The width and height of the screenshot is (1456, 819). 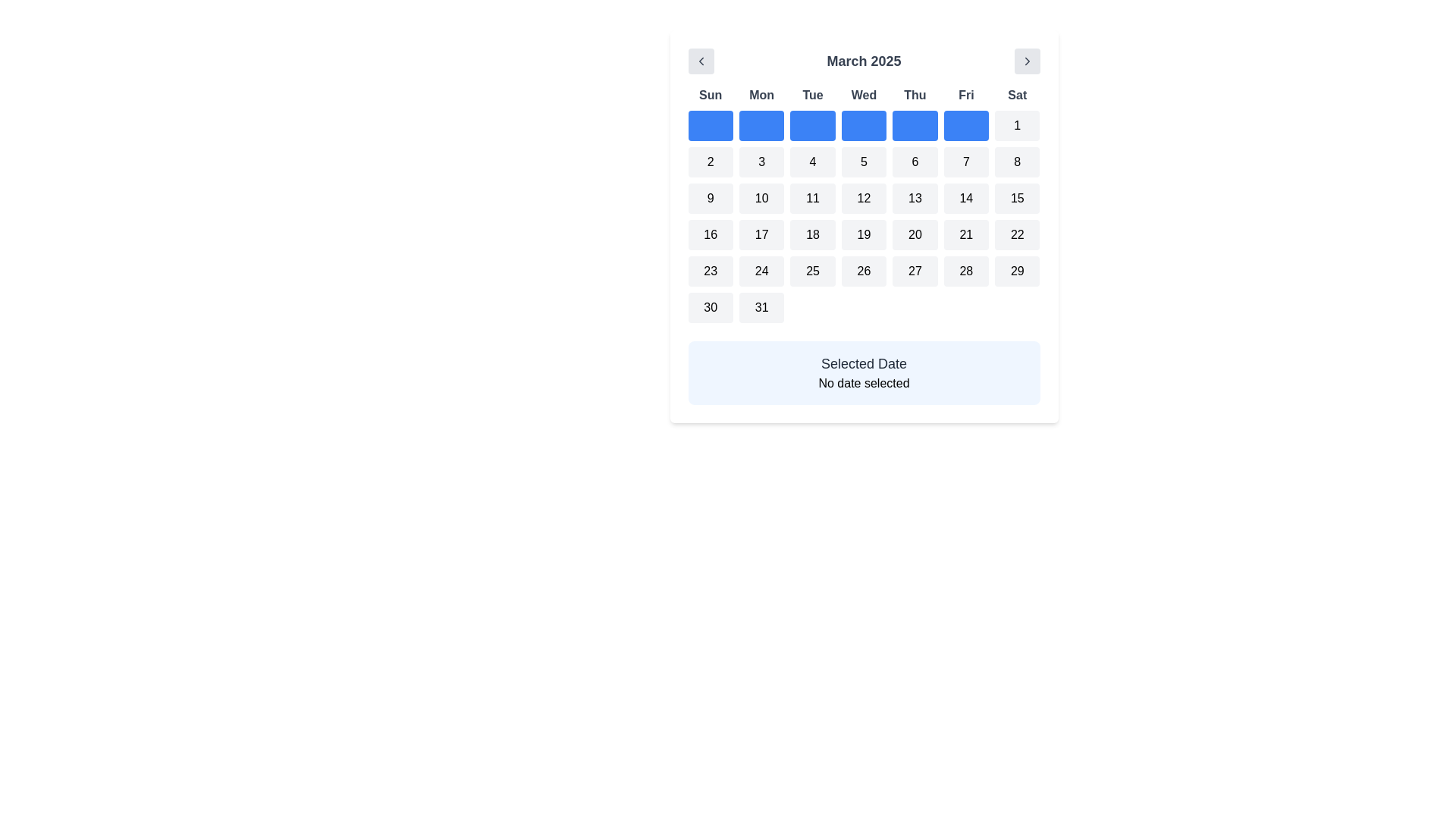 What do you see at coordinates (914, 96) in the screenshot?
I see `the Text label for Thursday in the days-of-week header of the calendar, which is the fifth element in the row of days` at bounding box center [914, 96].